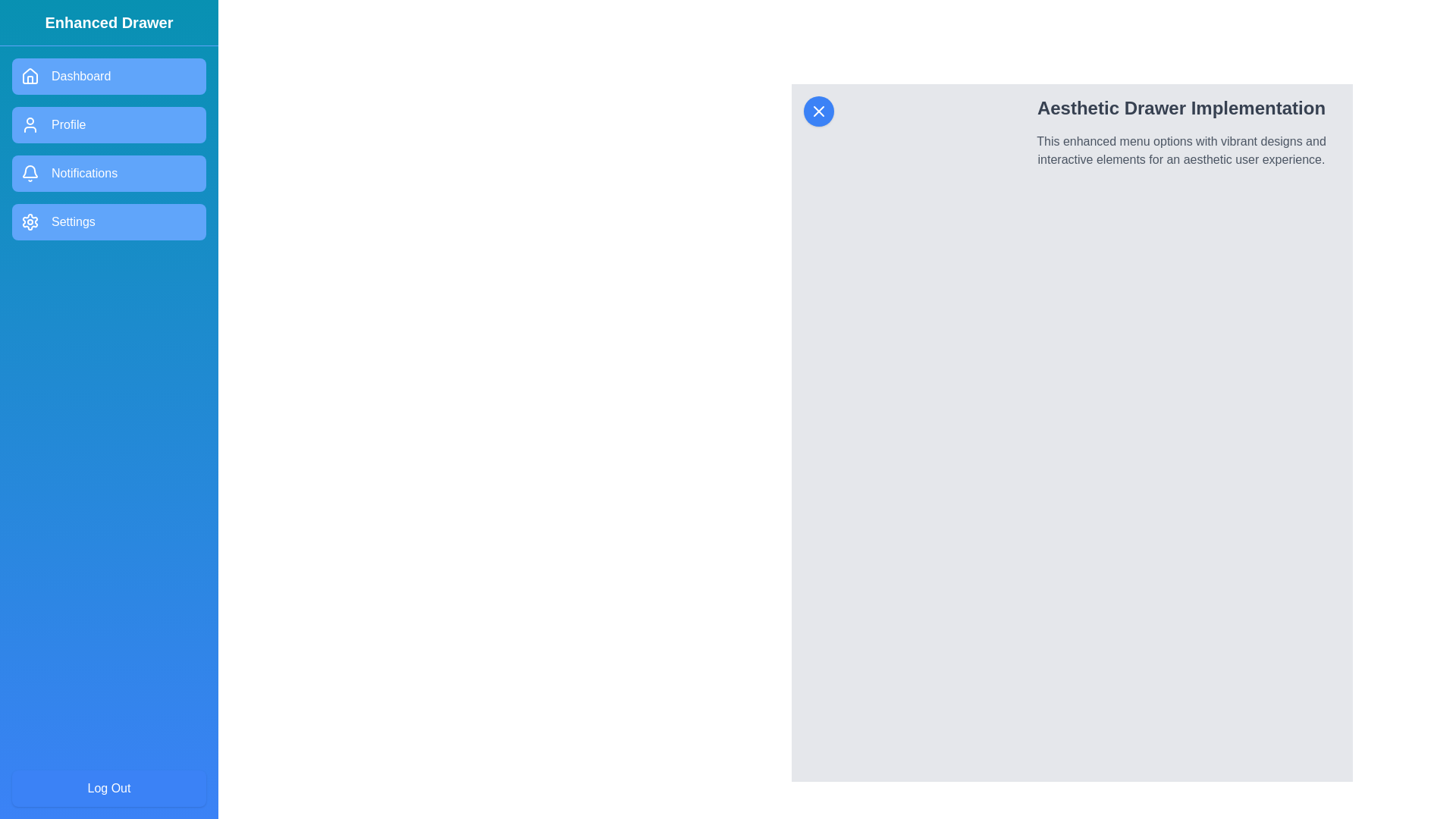  I want to click on description of the Text Block titled 'Aesthetic Drawer Implementation' located in the upper-right section of the interface, so click(1181, 131).